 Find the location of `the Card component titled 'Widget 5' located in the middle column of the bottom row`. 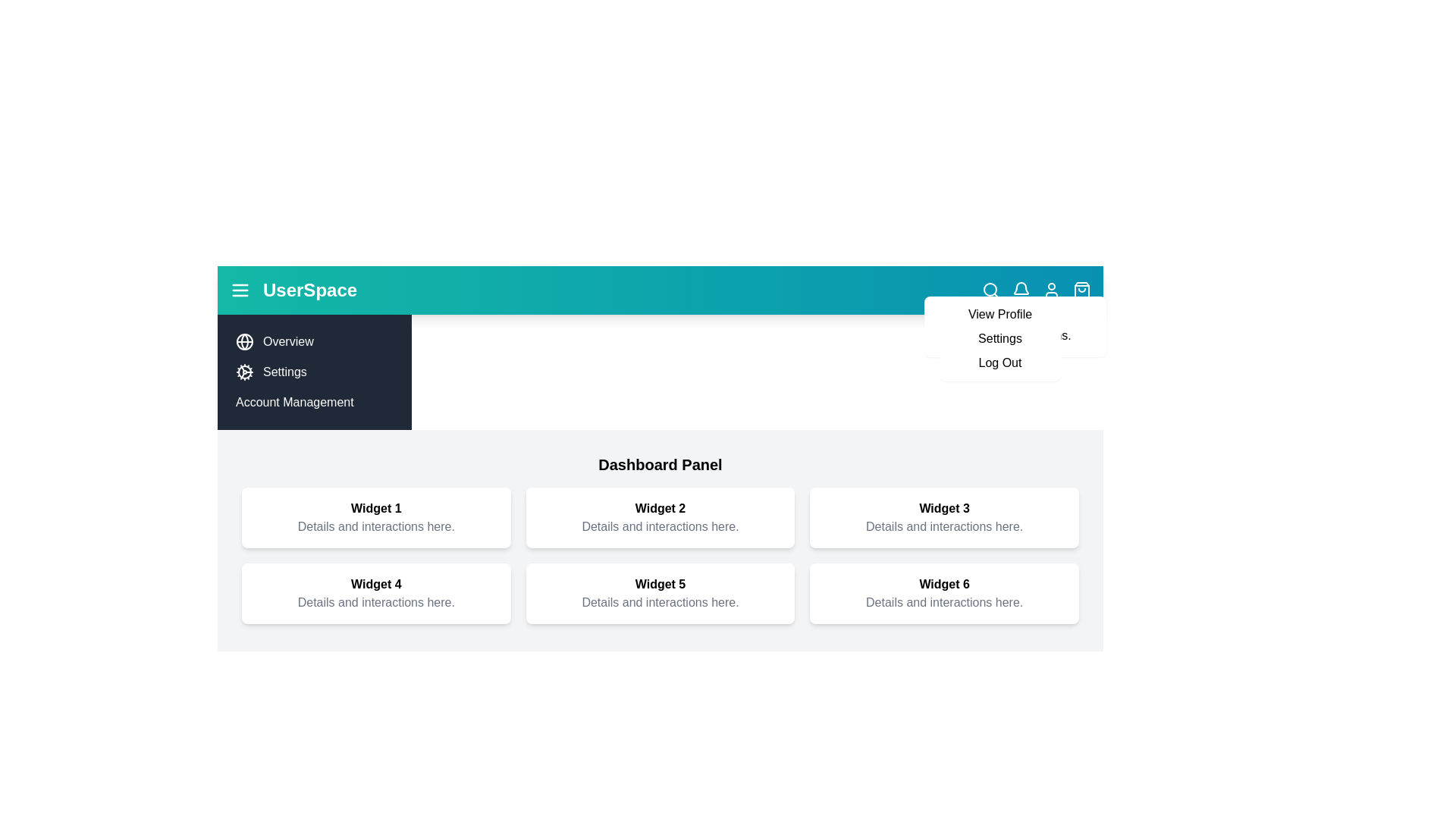

the Card component titled 'Widget 5' located in the middle column of the bottom row is located at coordinates (660, 593).